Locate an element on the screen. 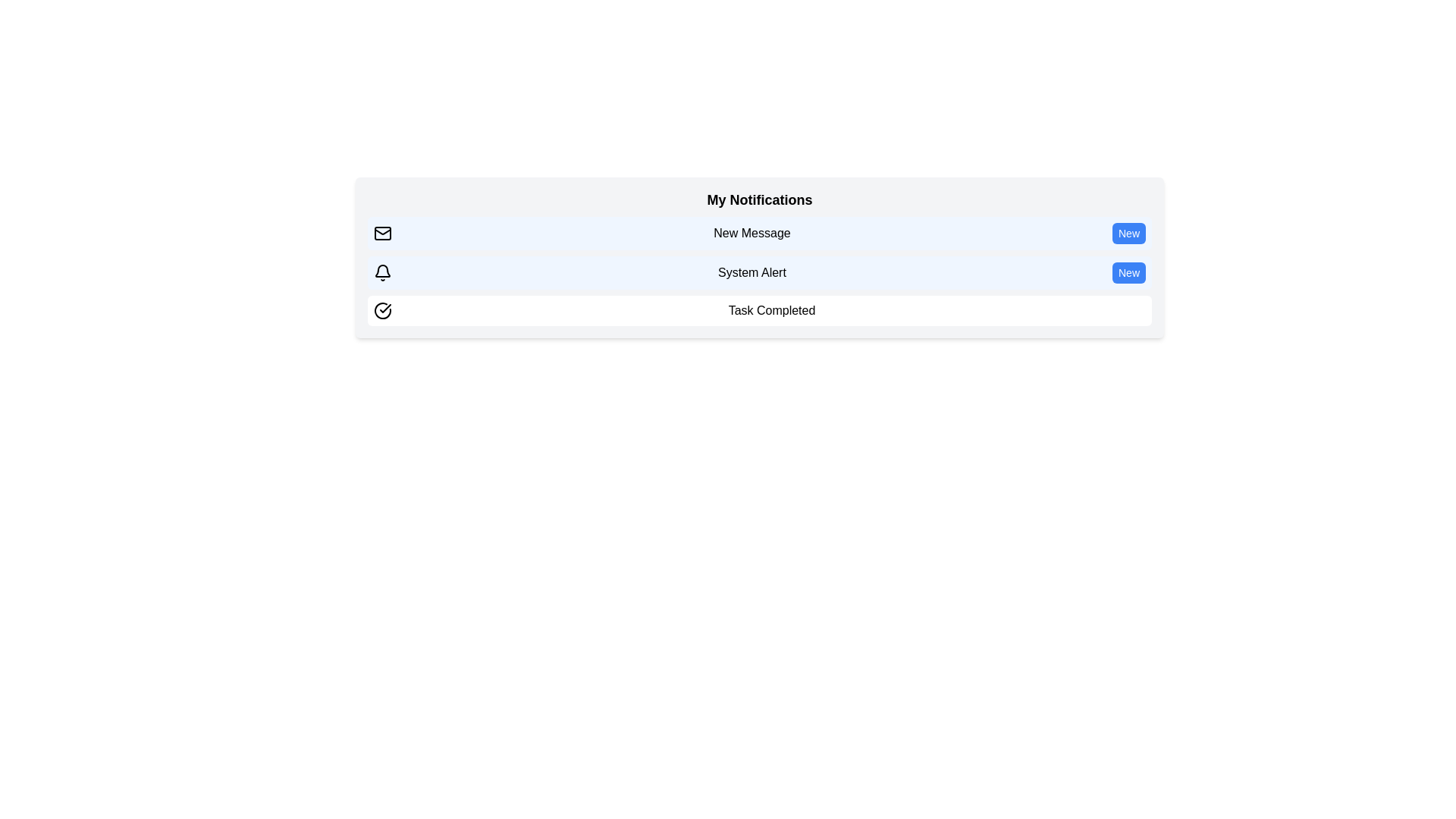 This screenshot has height=819, width=1456. the small black envelope icon in the notification list, which is located to the left of the 'New Message' text is located at coordinates (382, 234).